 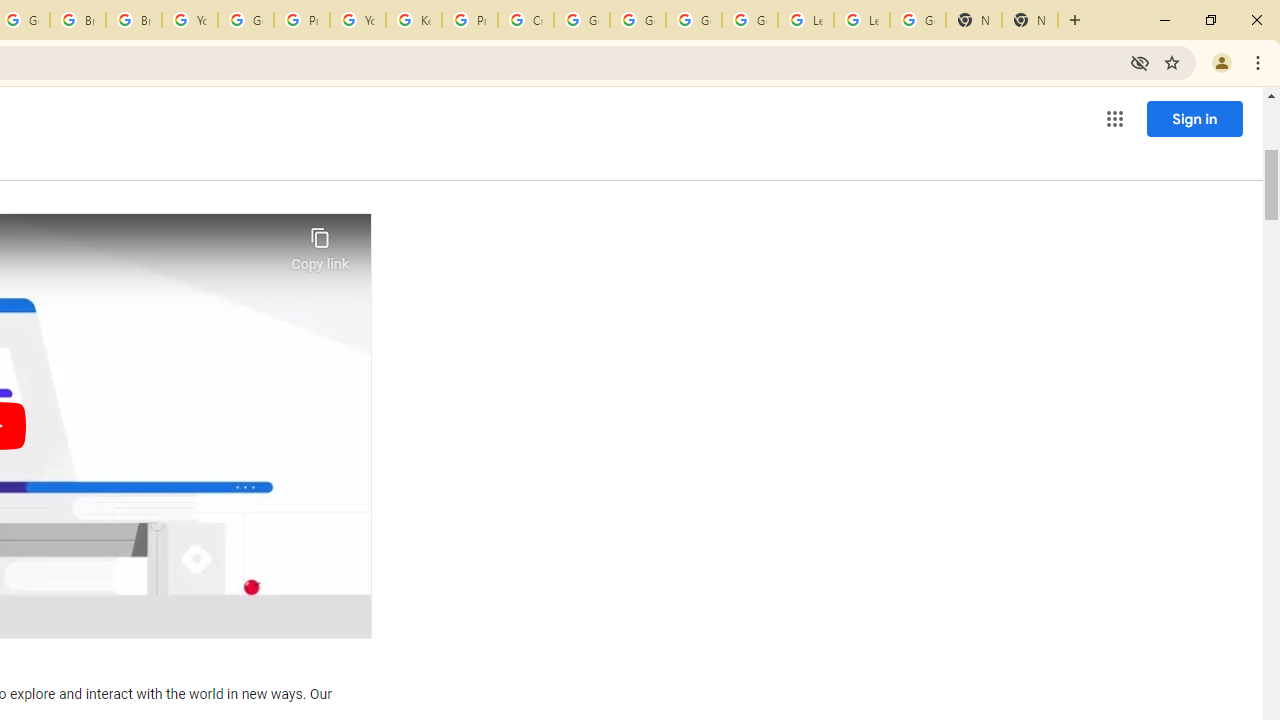 What do you see at coordinates (749, 20) in the screenshot?
I see `'Google Account Help'` at bounding box center [749, 20].